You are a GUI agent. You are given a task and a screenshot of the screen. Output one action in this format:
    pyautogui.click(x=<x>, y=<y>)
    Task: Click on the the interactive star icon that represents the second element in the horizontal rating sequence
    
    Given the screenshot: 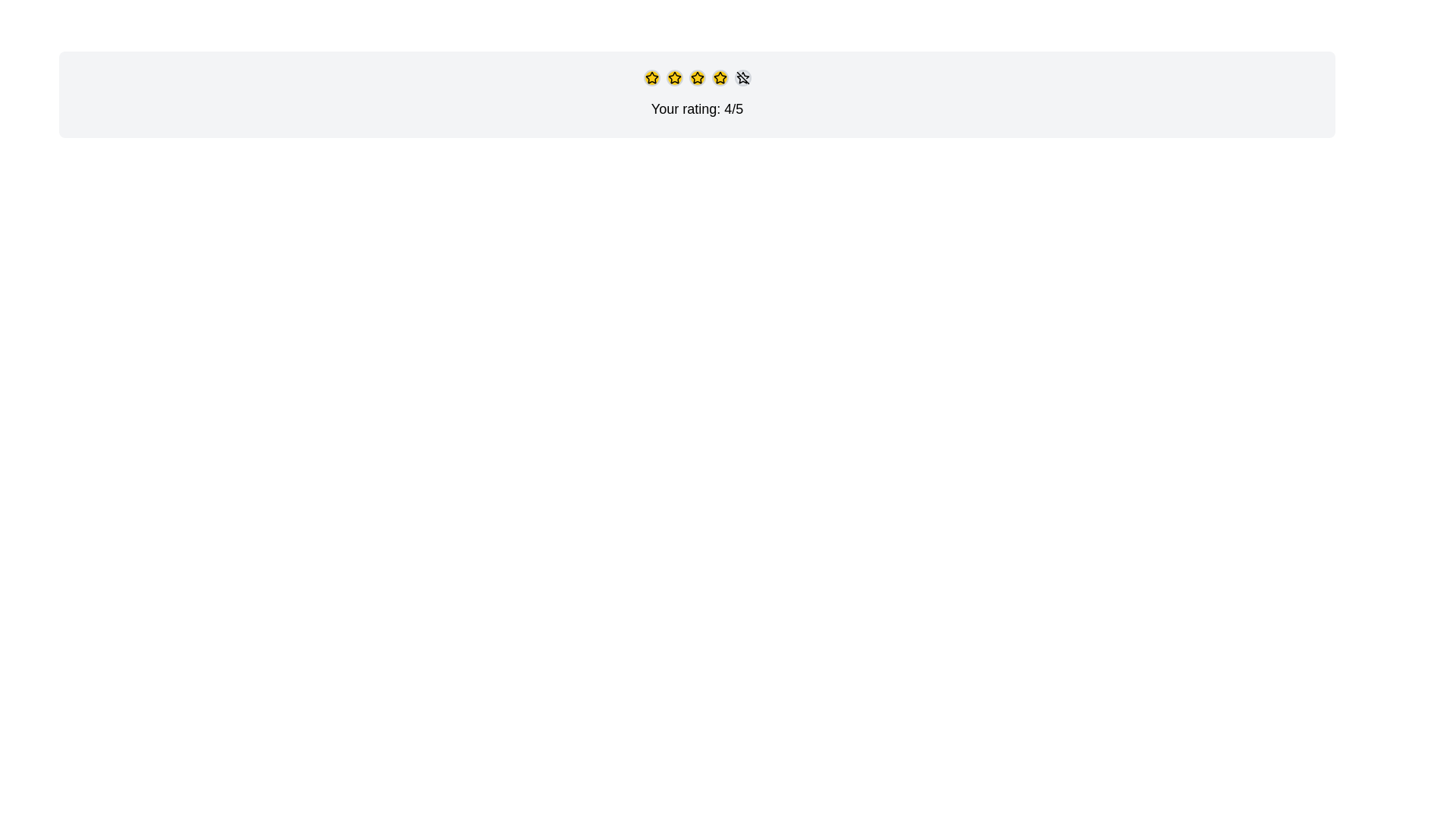 What is the action you would take?
    pyautogui.click(x=673, y=78)
    